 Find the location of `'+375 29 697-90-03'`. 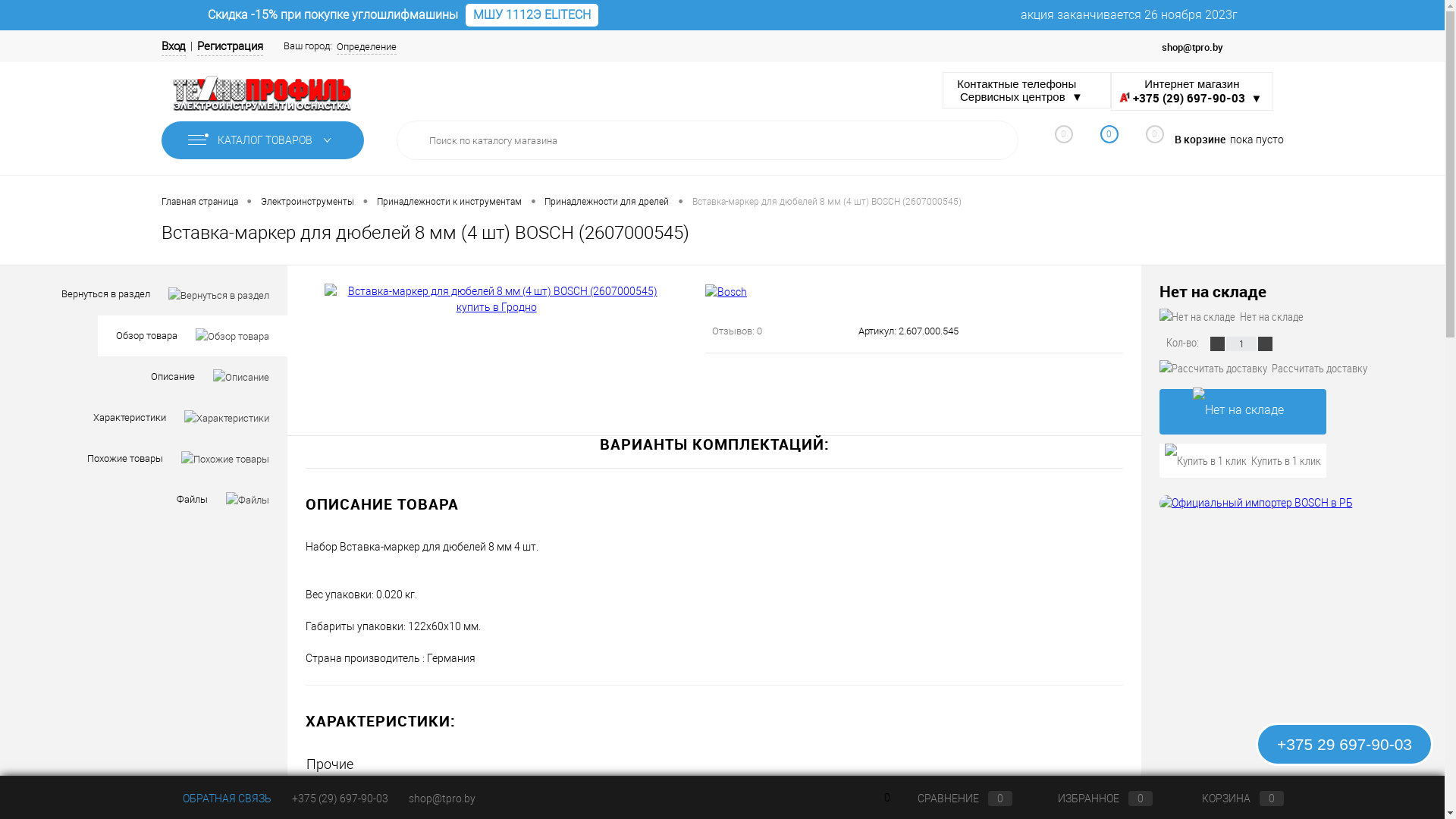

'+375 29 697-90-03' is located at coordinates (1344, 743).